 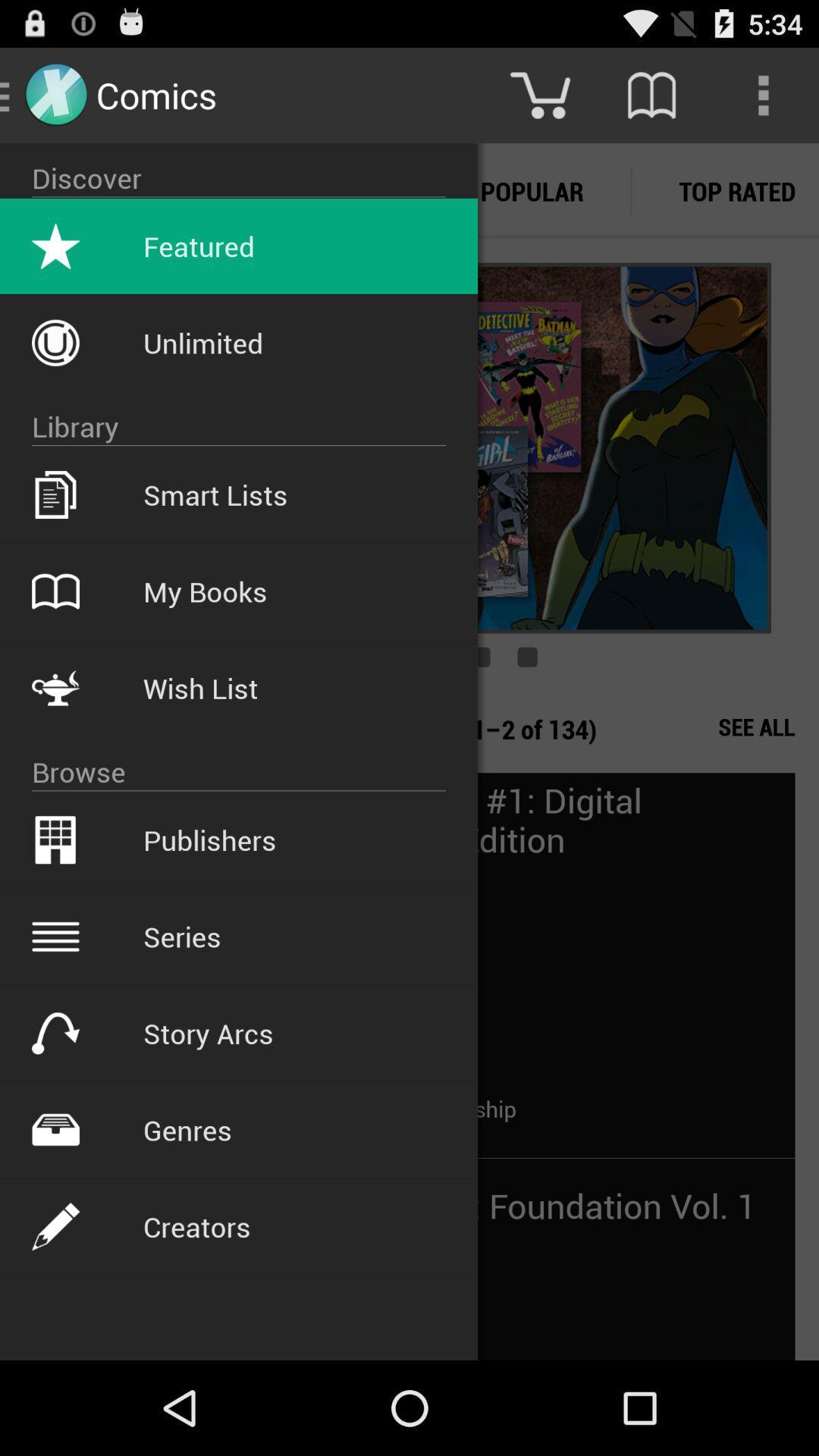 I want to click on cart icon, so click(x=539, y=94).